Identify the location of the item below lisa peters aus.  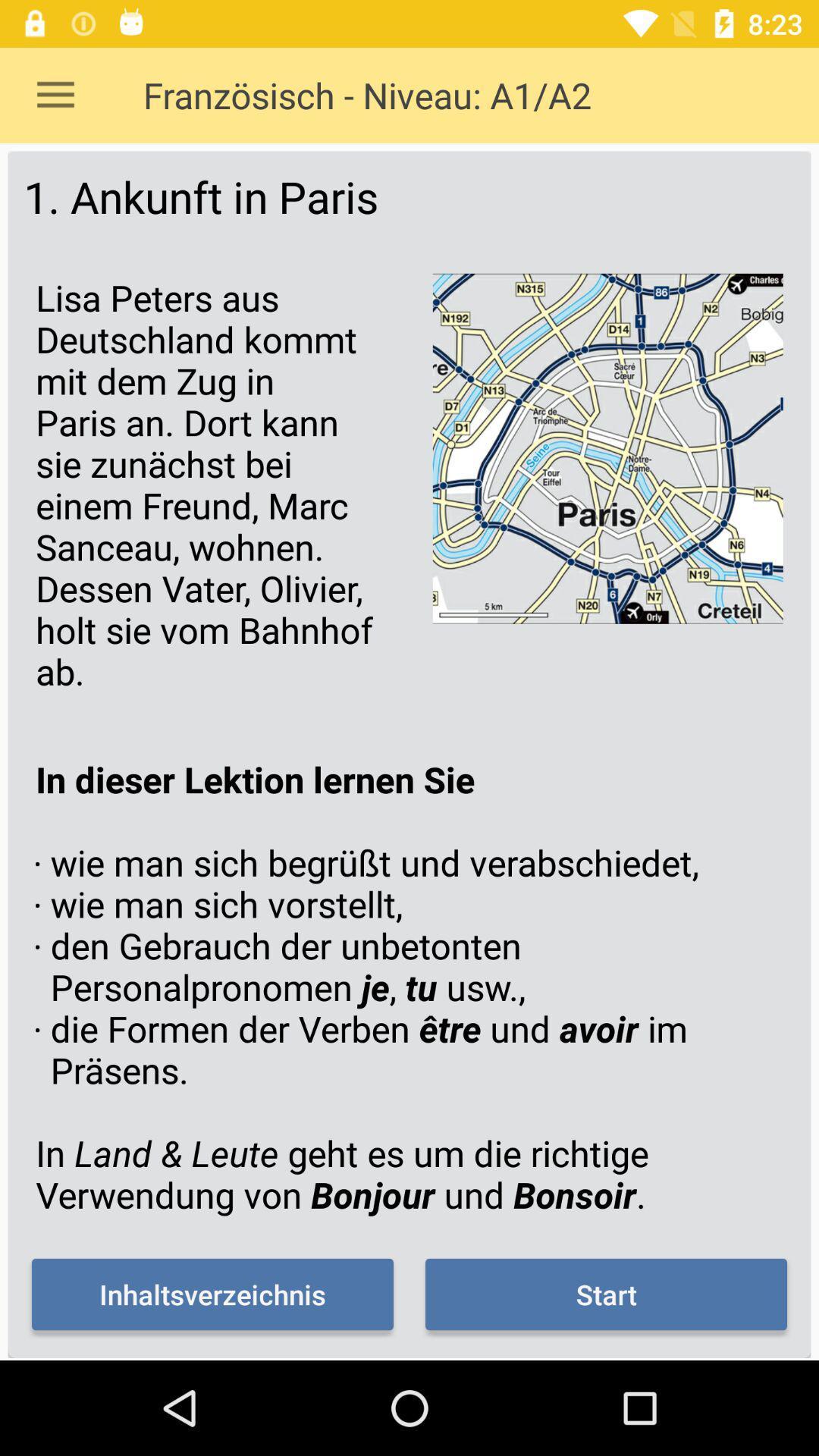
(409, 987).